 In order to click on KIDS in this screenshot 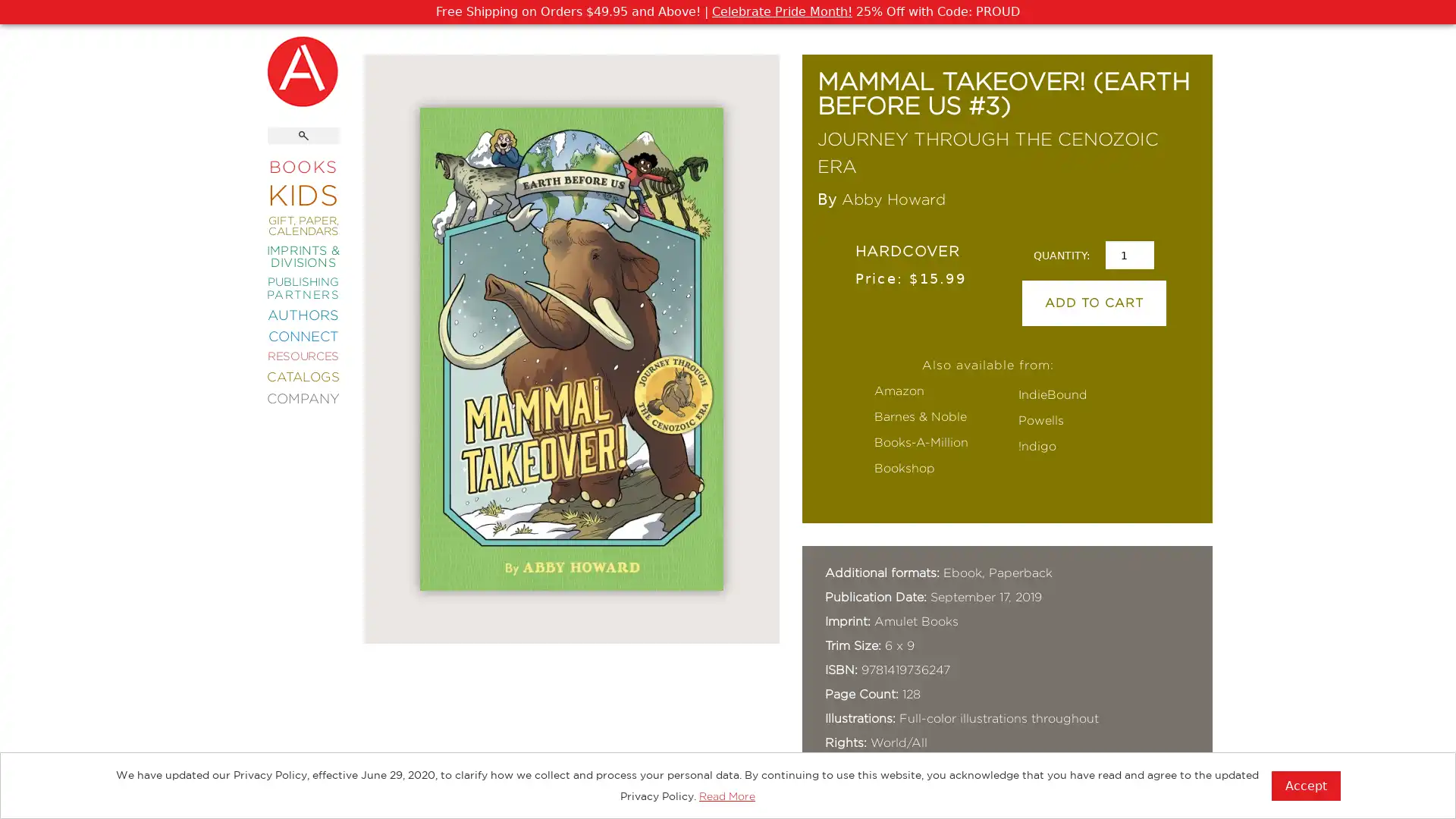, I will do `click(303, 193)`.